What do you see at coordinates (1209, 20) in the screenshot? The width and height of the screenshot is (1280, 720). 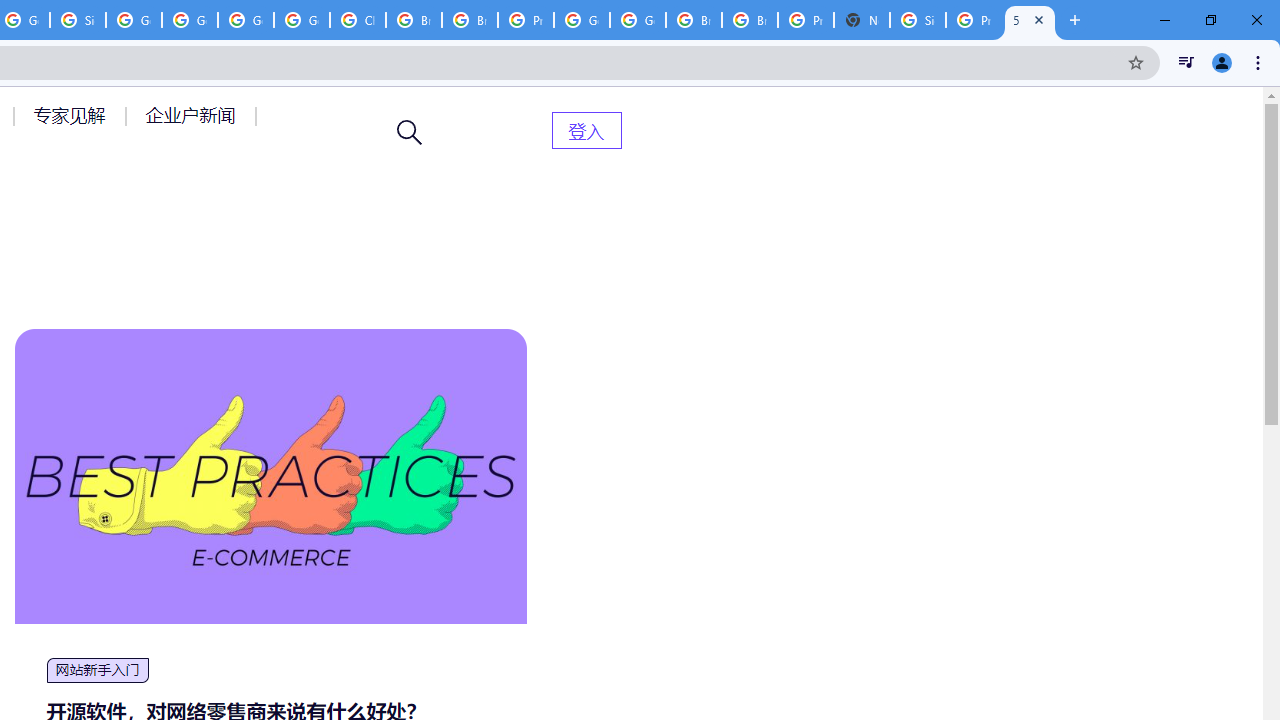 I see `'Restore'` at bounding box center [1209, 20].